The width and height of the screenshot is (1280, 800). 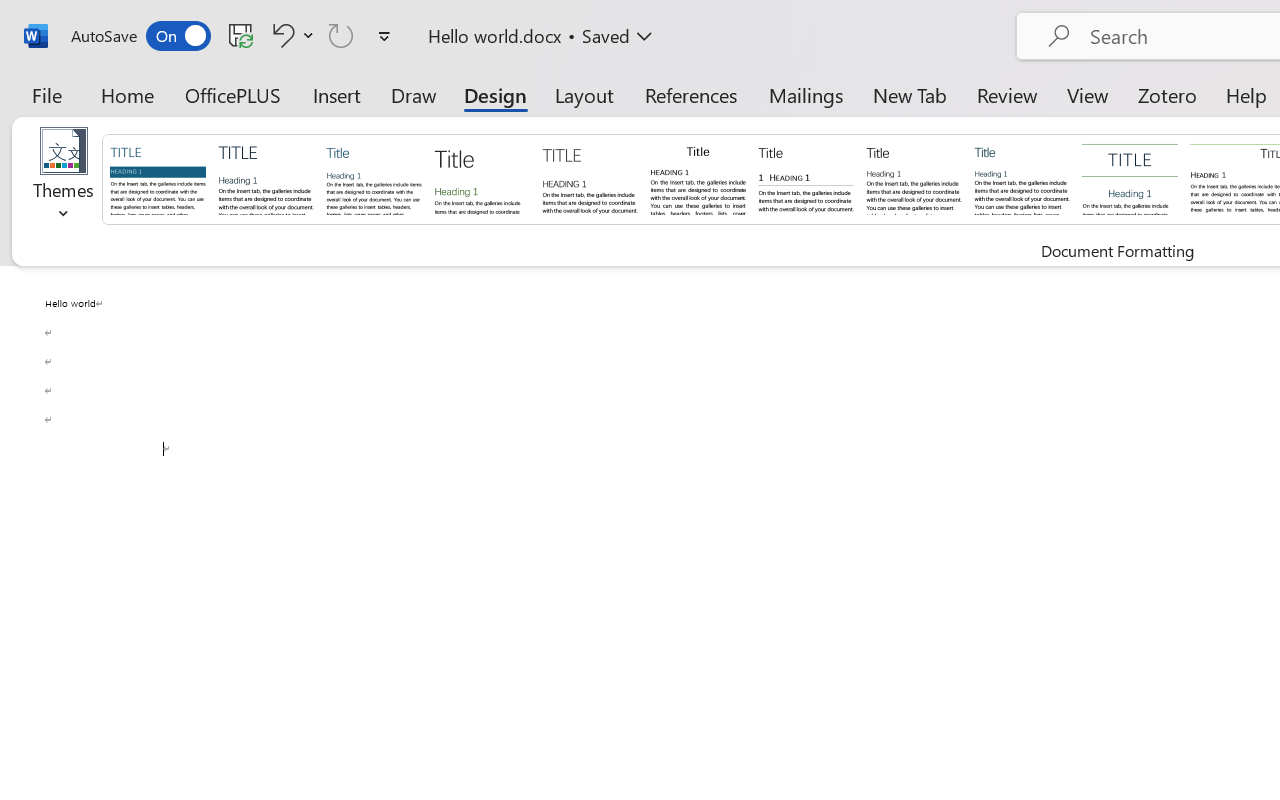 What do you see at coordinates (1007, 94) in the screenshot?
I see `'Review'` at bounding box center [1007, 94].